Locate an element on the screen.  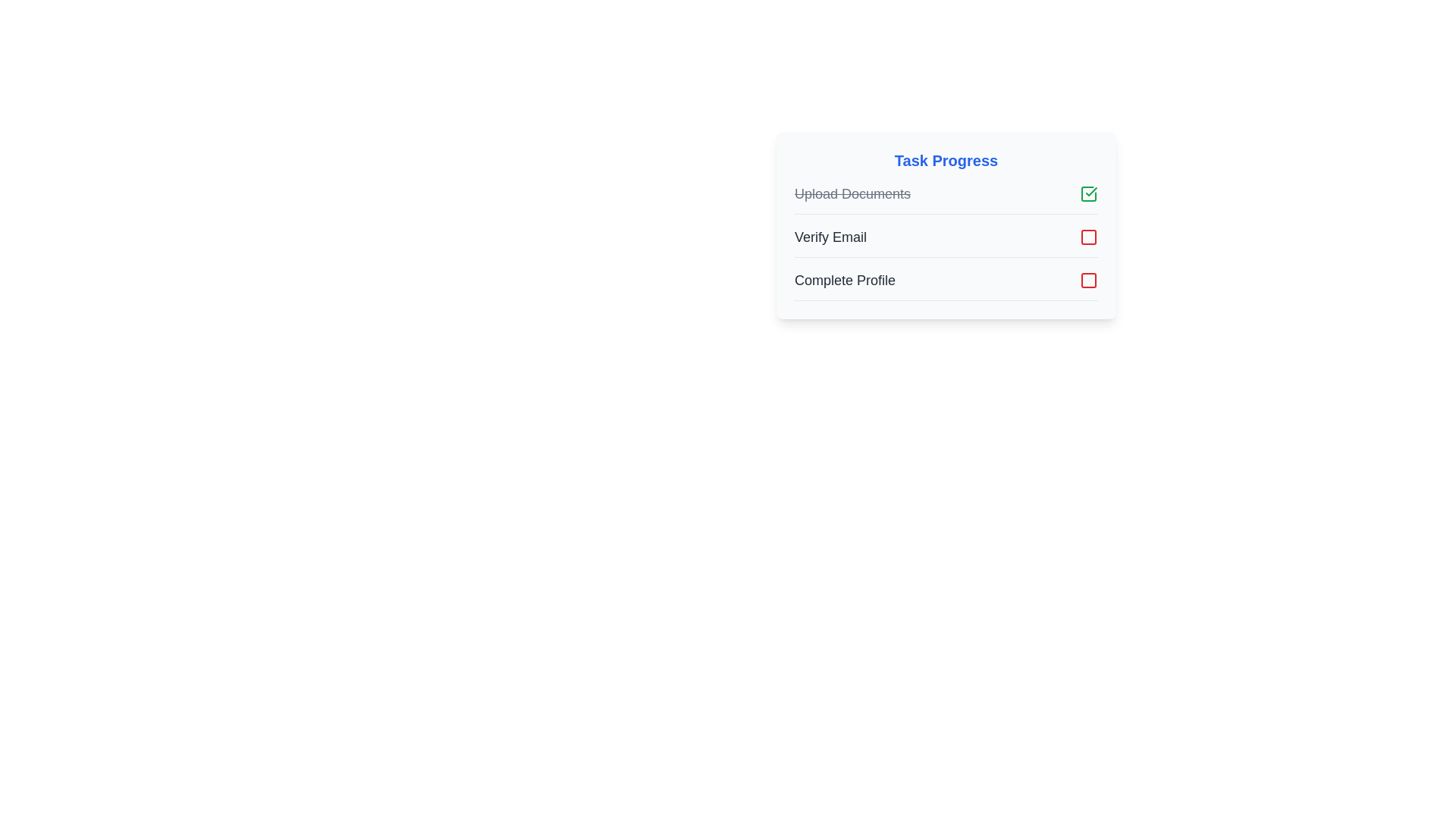
the 'Verify Email' task item in the 'Task Progress' section is located at coordinates (946, 241).